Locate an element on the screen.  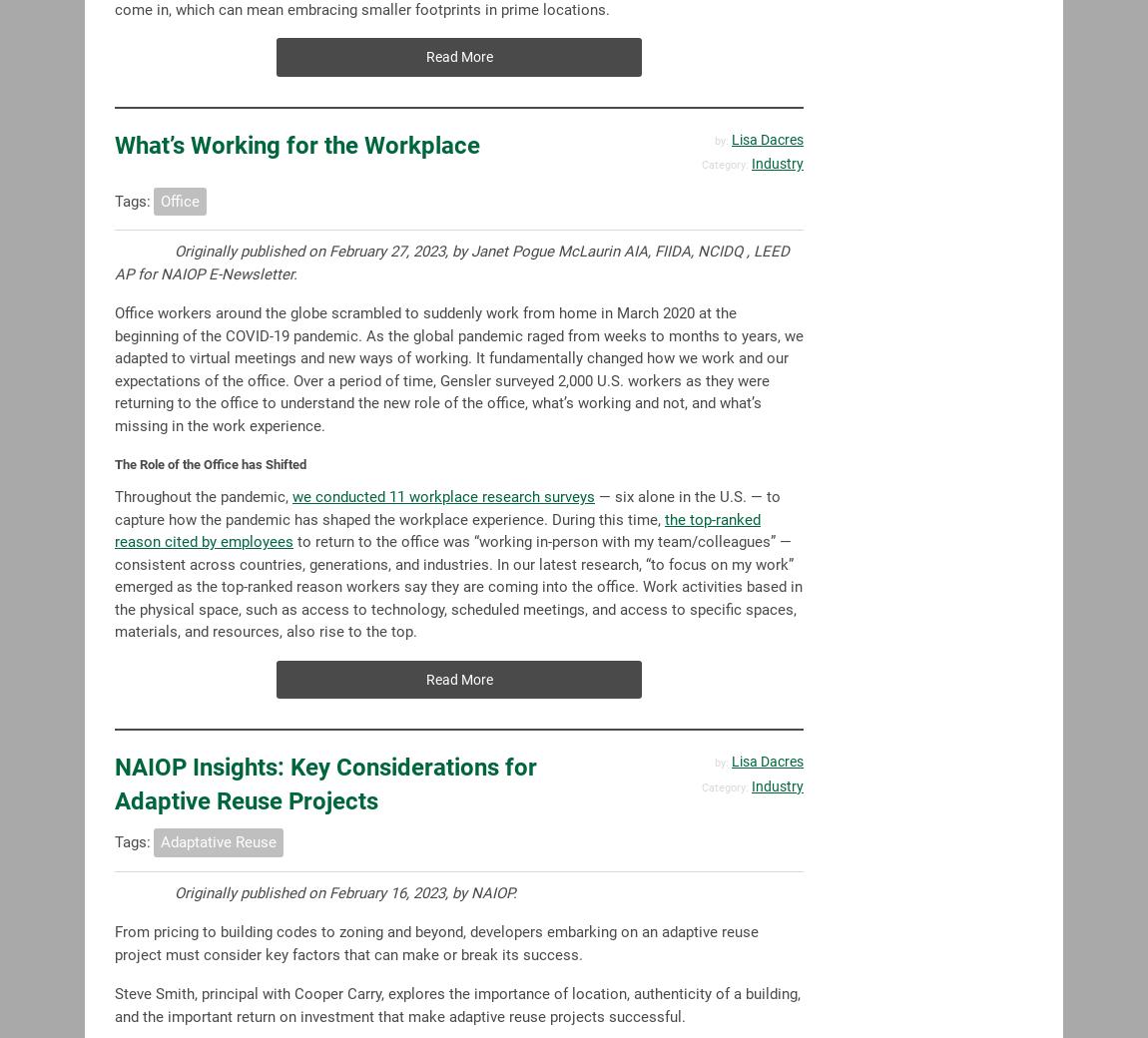
'What’s Working for the Workplace' is located at coordinates (114, 144).